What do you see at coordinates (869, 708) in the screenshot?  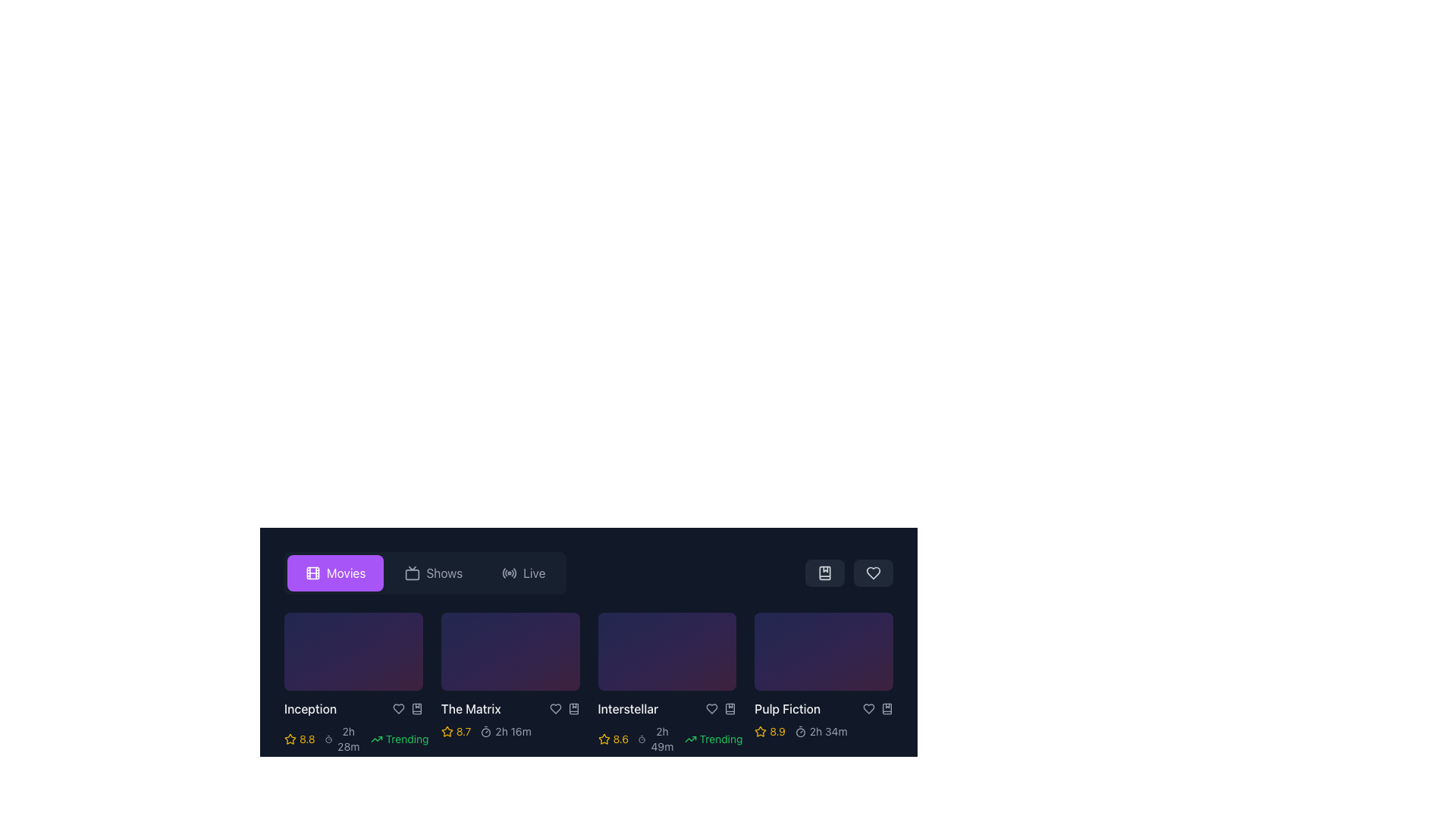 I see `the heart icon representing the 'like' functionality in the 'Pulp Fiction' movie card` at bounding box center [869, 708].